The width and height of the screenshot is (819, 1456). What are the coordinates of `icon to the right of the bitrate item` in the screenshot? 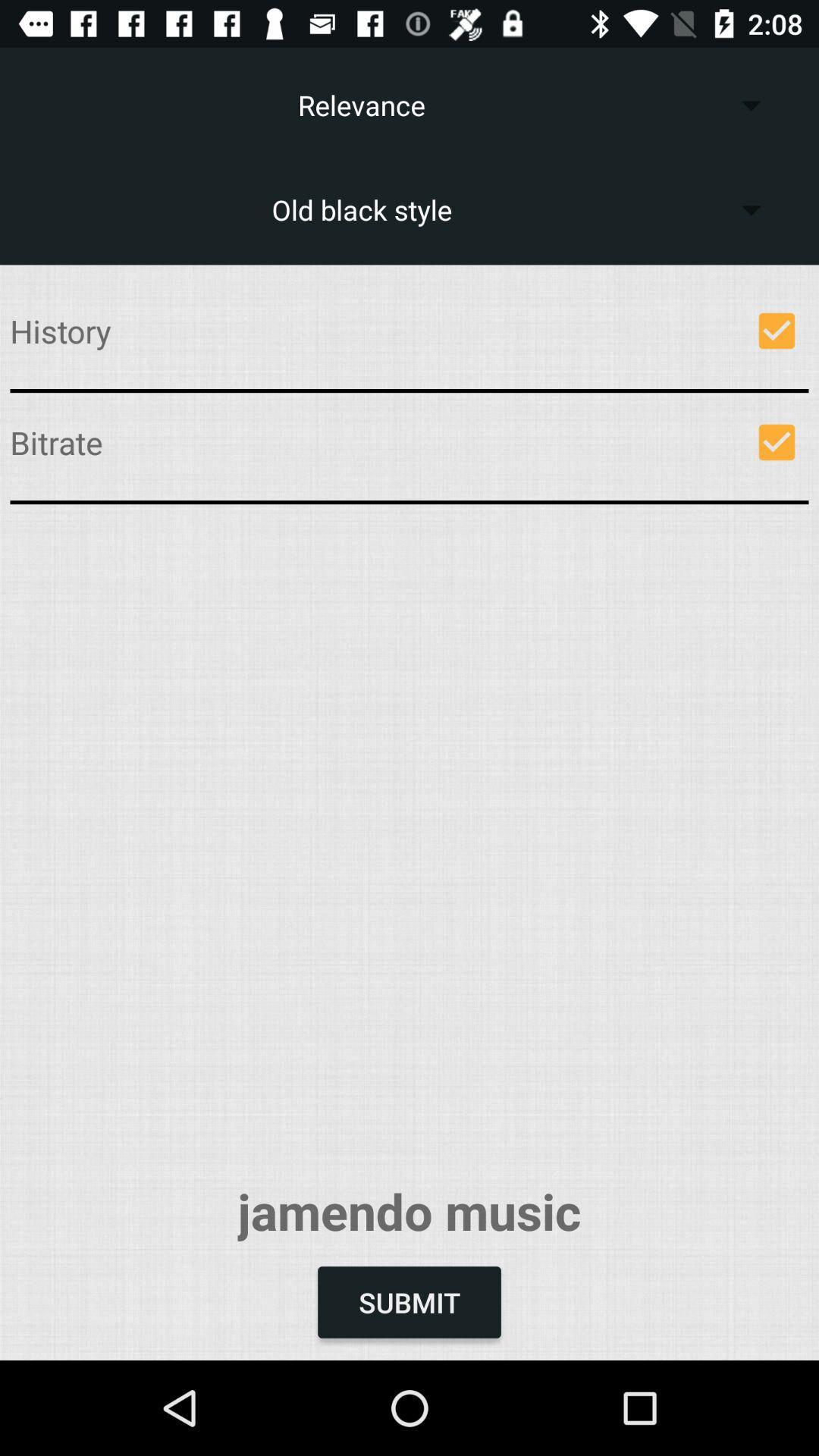 It's located at (777, 441).